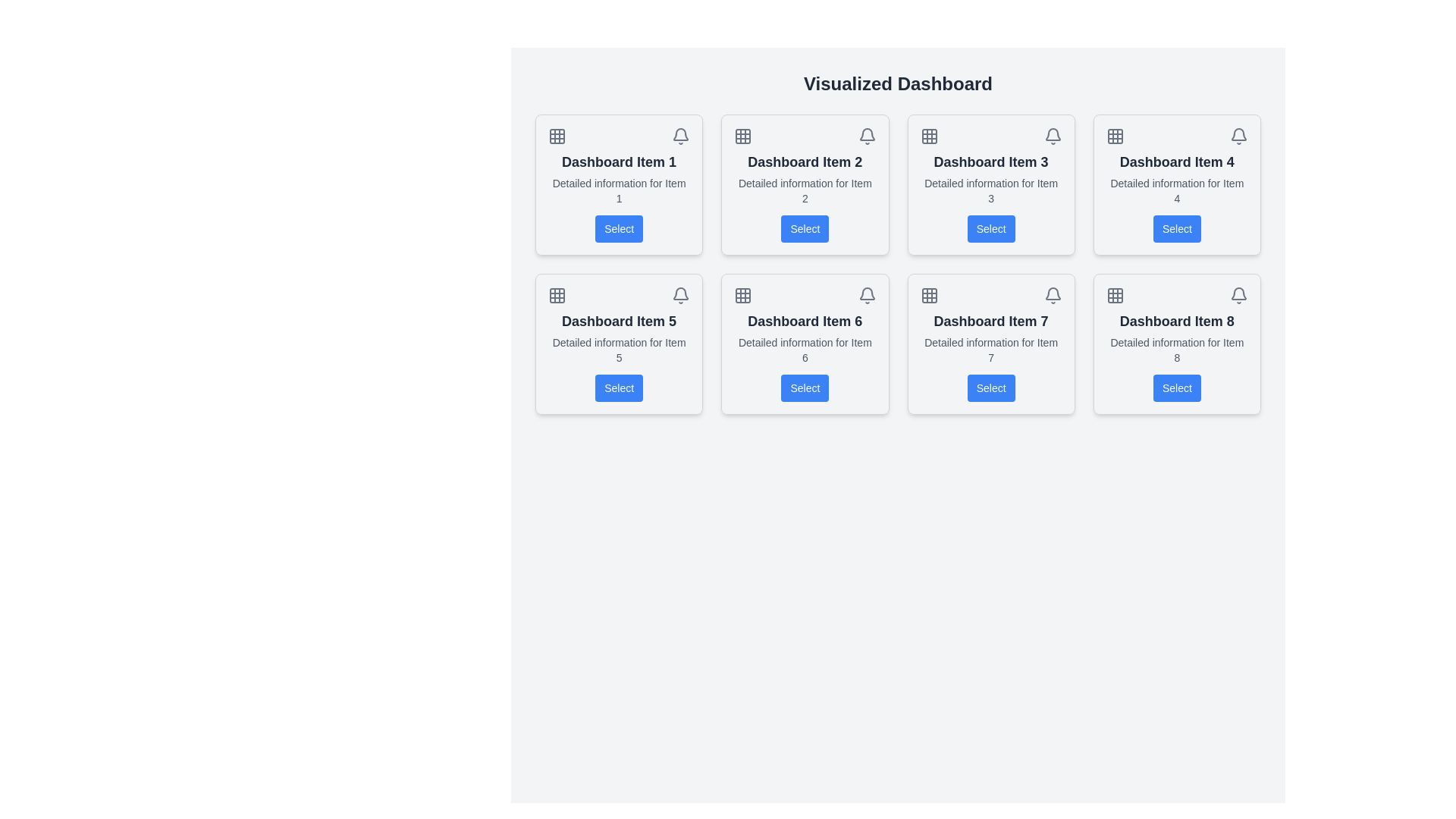 The height and width of the screenshot is (819, 1456). What do you see at coordinates (991, 228) in the screenshot?
I see `the rectangular button with a blue background and white text labeled 'Select', located in 'Dashboard Item 3', to observe the hover effect` at bounding box center [991, 228].